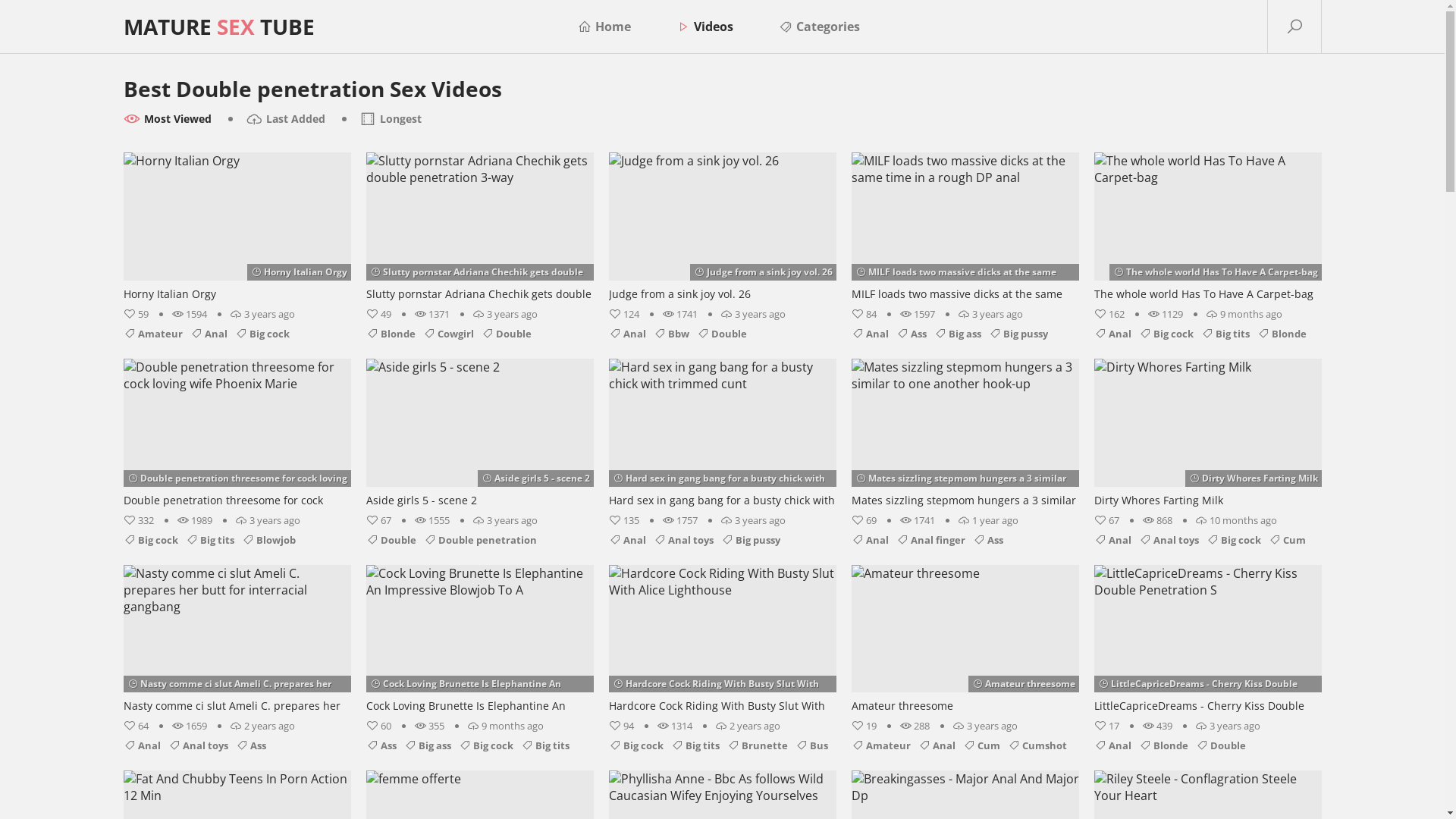  What do you see at coordinates (403, 745) in the screenshot?
I see `'Big ass'` at bounding box center [403, 745].